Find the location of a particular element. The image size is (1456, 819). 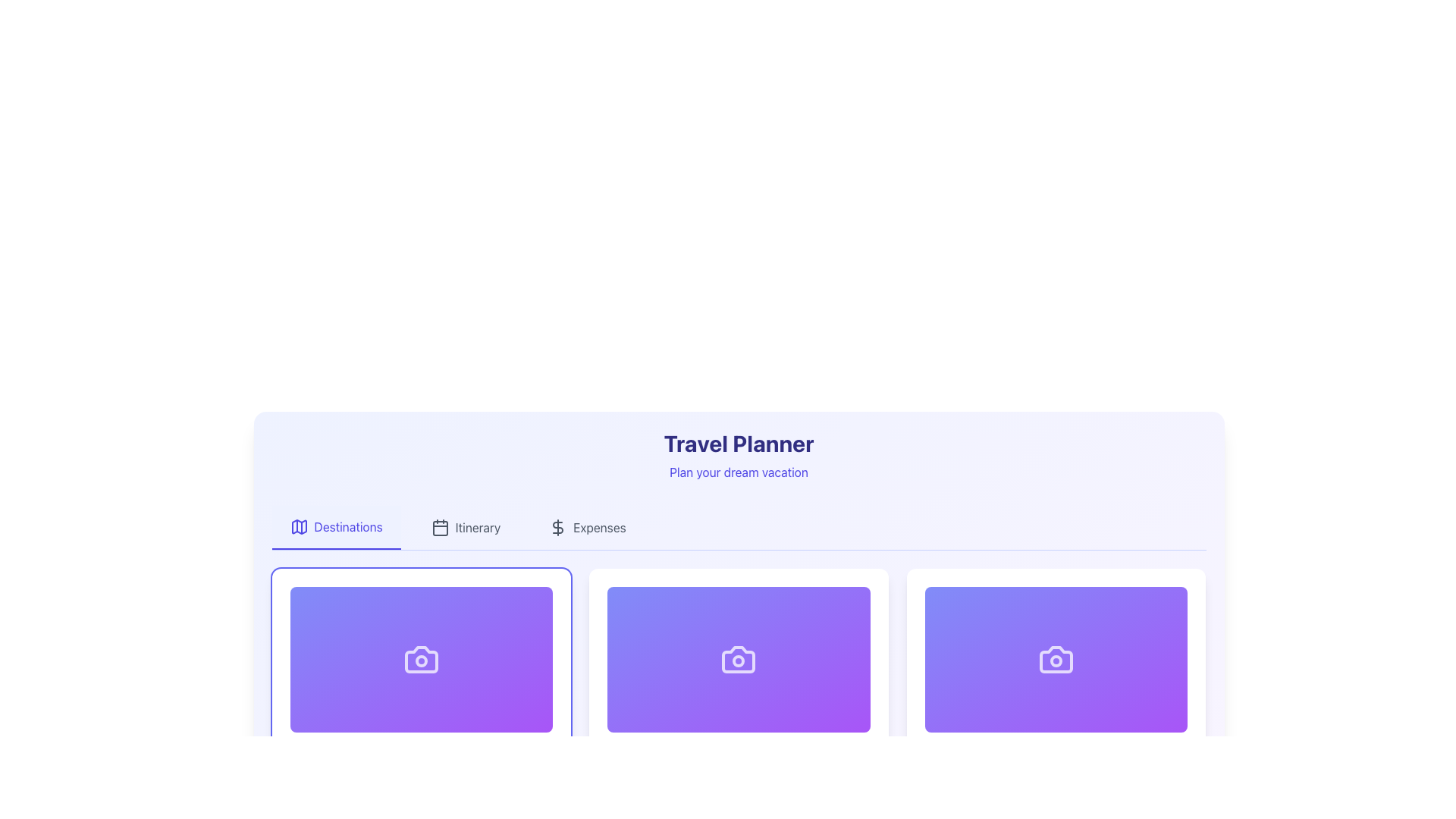

the 'Destinations' text label is located at coordinates (347, 526).